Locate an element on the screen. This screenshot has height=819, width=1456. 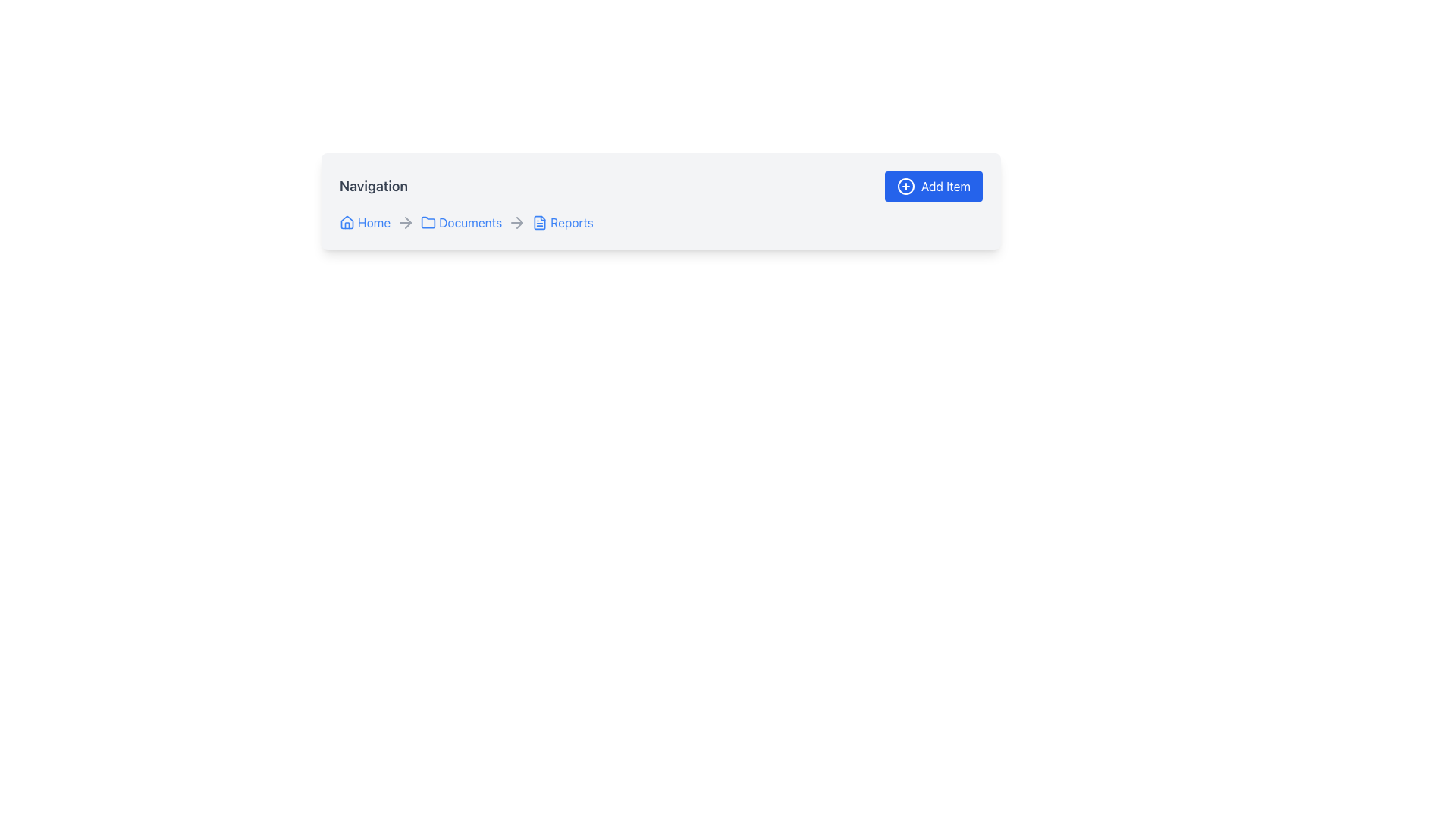
the 'Add Item' button located in the top-right corner of the header section is located at coordinates (933, 186).